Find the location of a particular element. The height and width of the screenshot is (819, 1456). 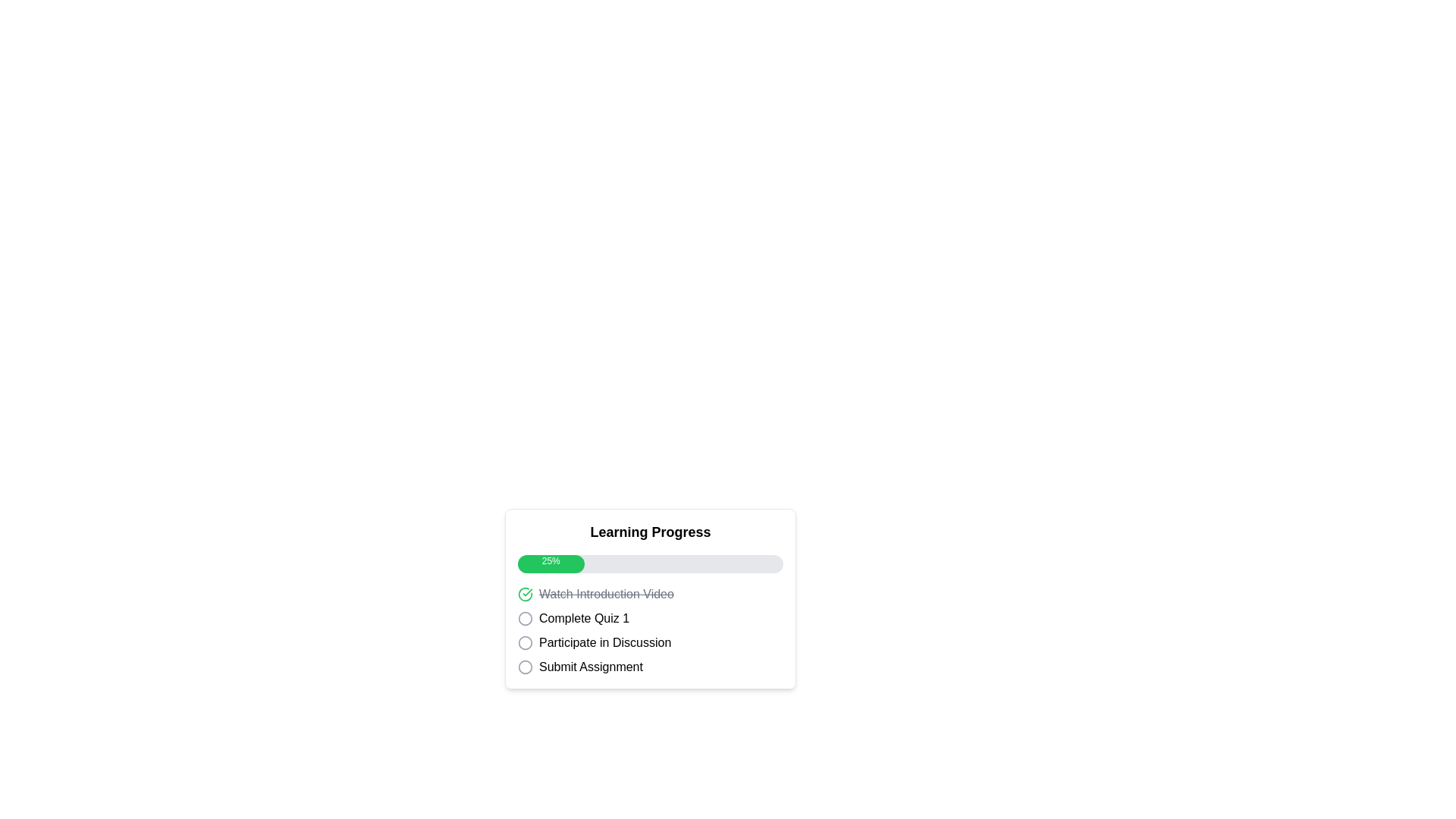

the second circular icon next to the text 'Participate in Discussion' in the 'Learning Progress' list is located at coordinates (525, 643).